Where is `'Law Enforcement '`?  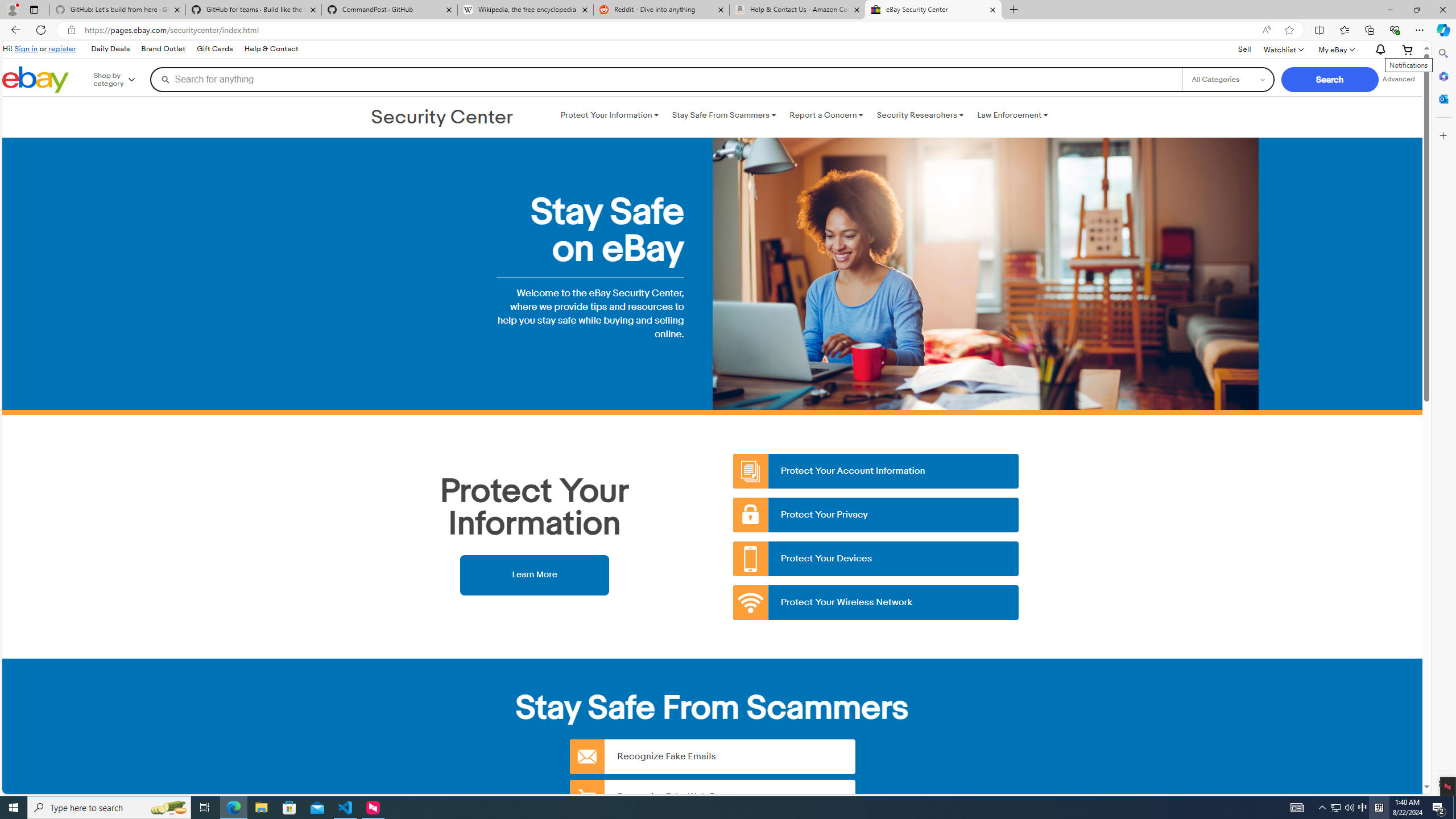
'Law Enforcement ' is located at coordinates (1012, 115).